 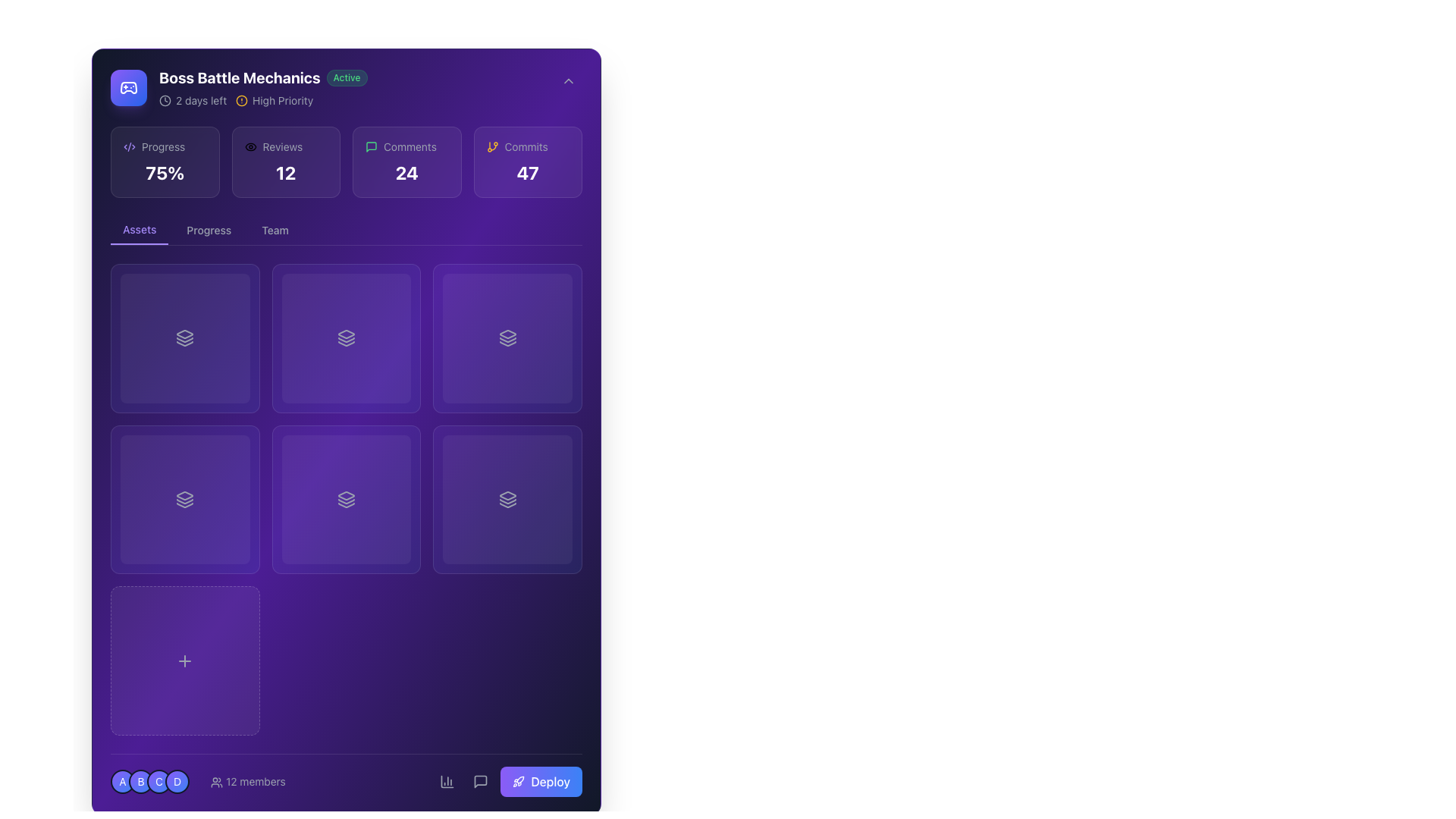 What do you see at coordinates (248, 781) in the screenshot?
I see `the interactive text component with an icon that displays the number of members in a group, located immediately to the right of profile icons 'A', 'B', 'C', and 'D'` at bounding box center [248, 781].